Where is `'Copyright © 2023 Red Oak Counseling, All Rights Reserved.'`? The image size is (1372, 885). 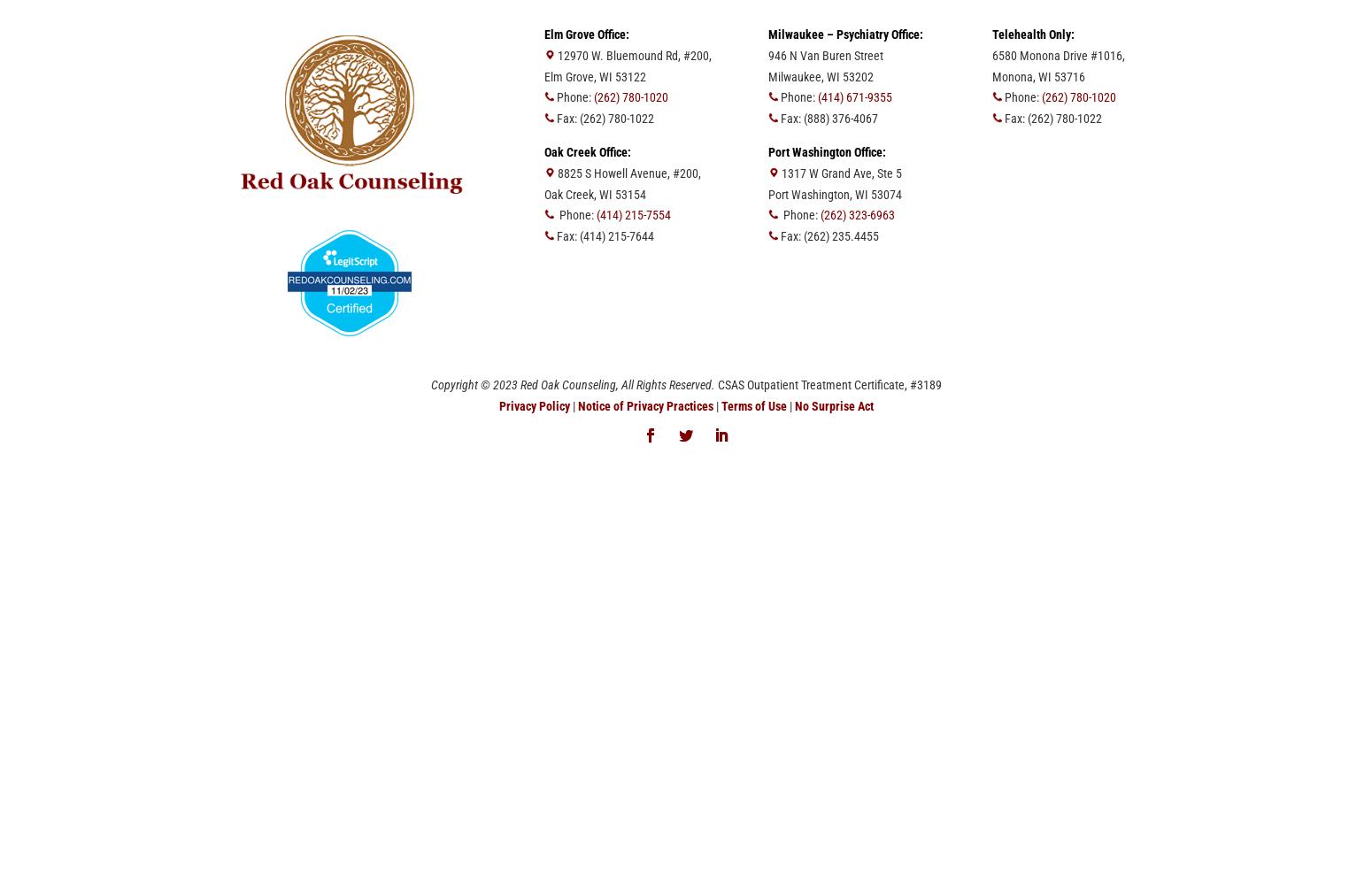 'Copyright © 2023 Red Oak Counseling, All Rights Reserved.' is located at coordinates (428, 384).